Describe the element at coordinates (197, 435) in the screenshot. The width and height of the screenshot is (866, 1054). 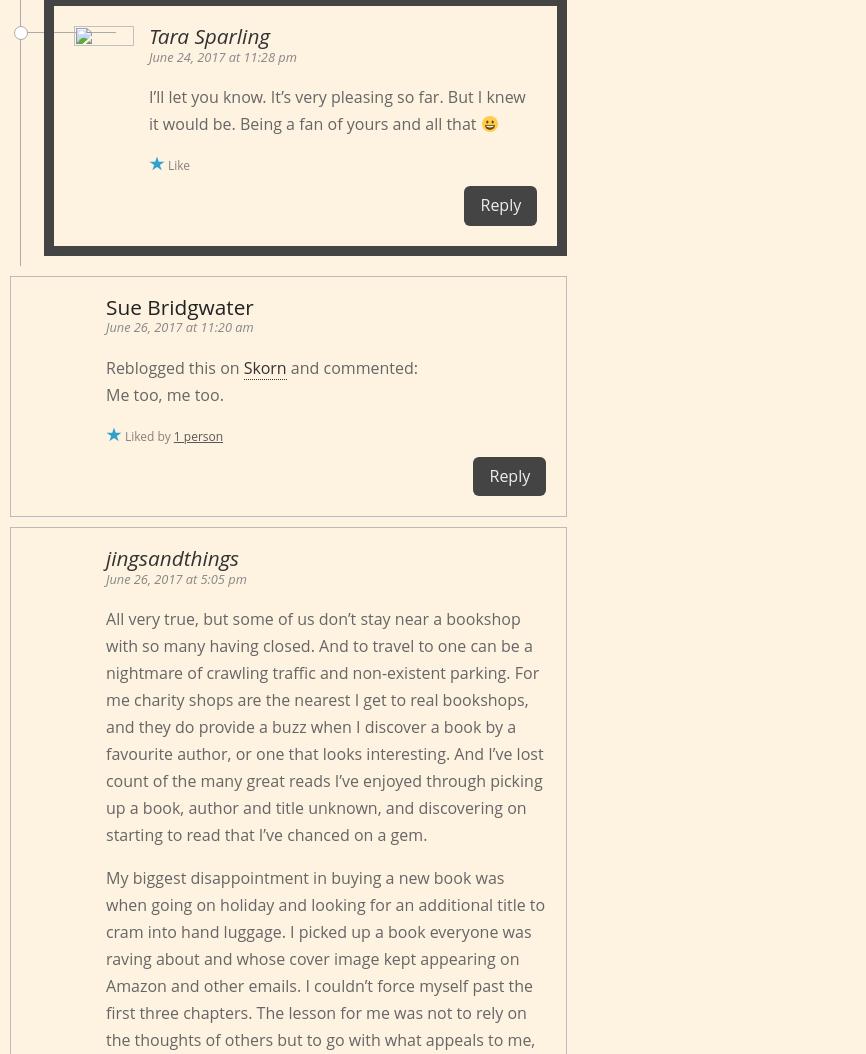
I see `'1 person'` at that location.